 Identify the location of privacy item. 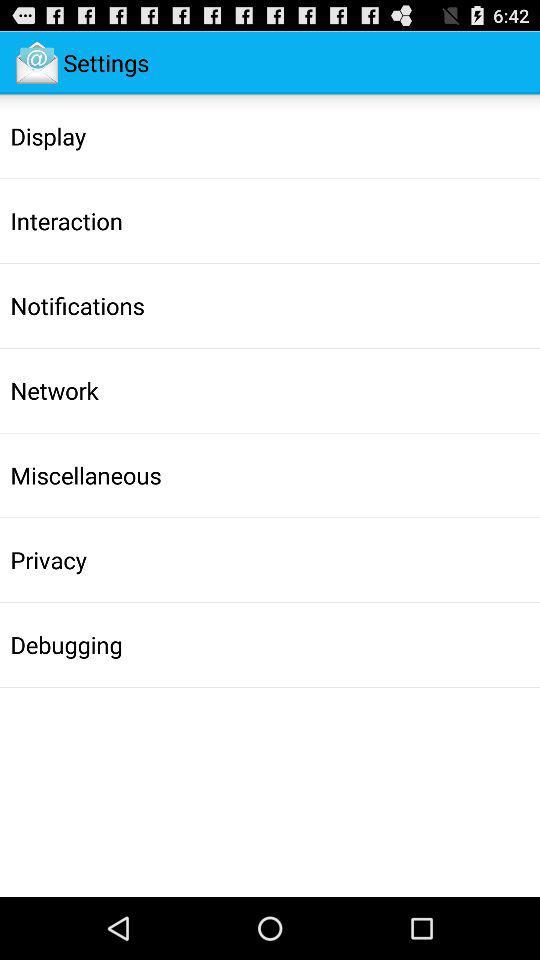
(48, 560).